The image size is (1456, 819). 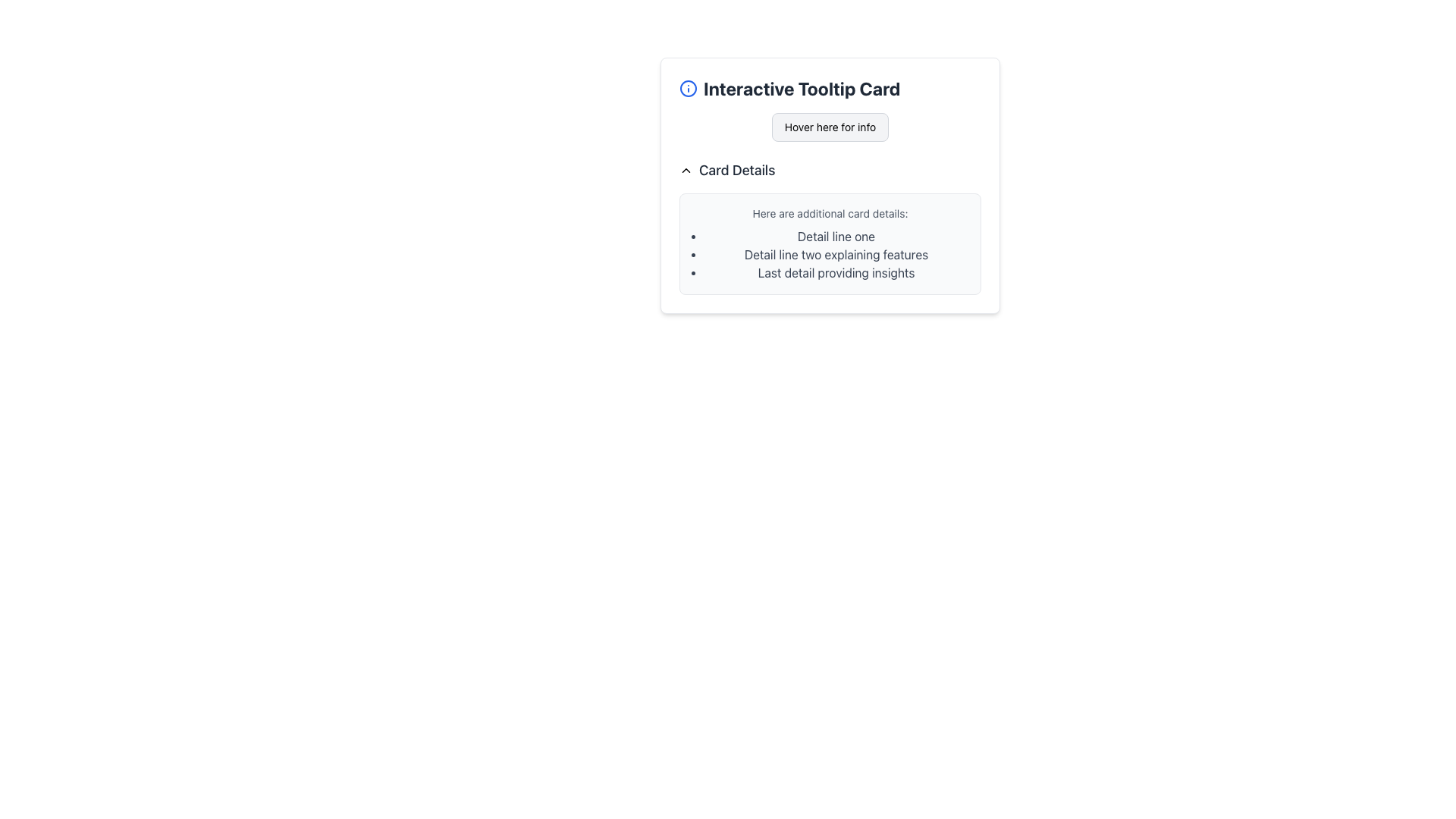 What do you see at coordinates (829, 253) in the screenshot?
I see `the bullet-point list that presents detailed information points related to the card, located below the header 'Here are additional card details:' in the 'Card Details' section` at bounding box center [829, 253].